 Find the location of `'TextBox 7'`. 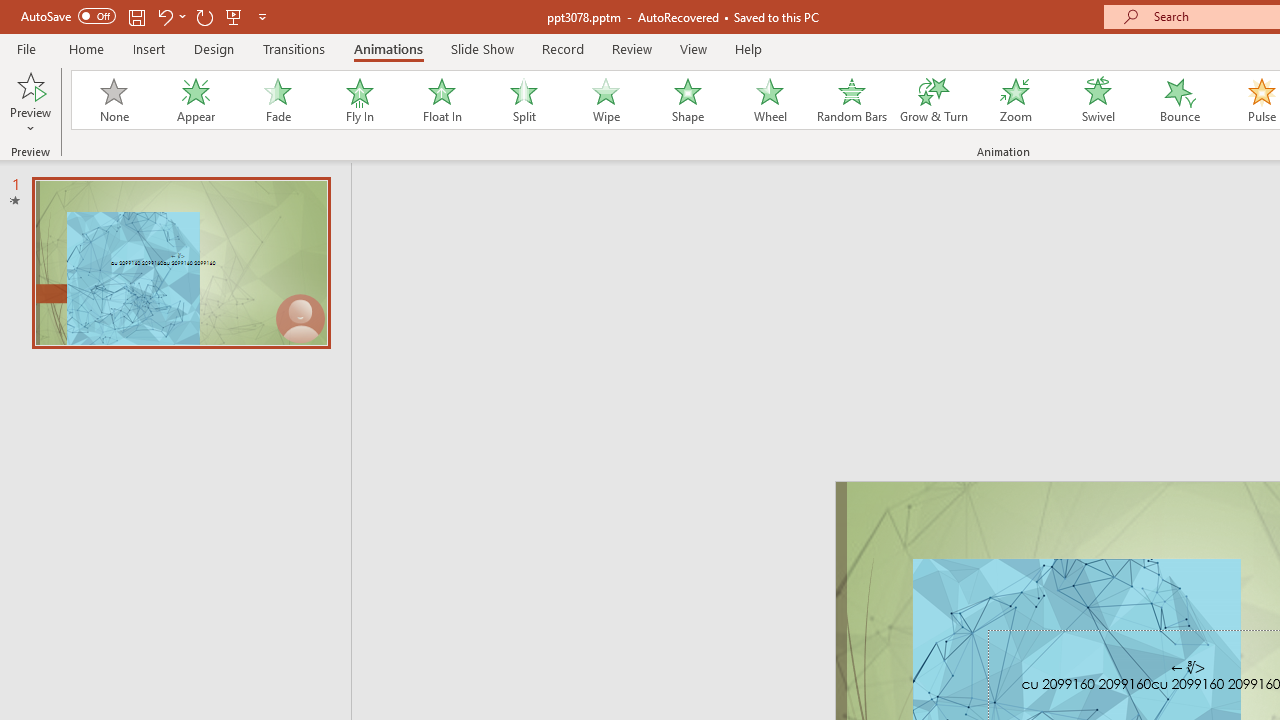

'TextBox 7' is located at coordinates (1188, 668).